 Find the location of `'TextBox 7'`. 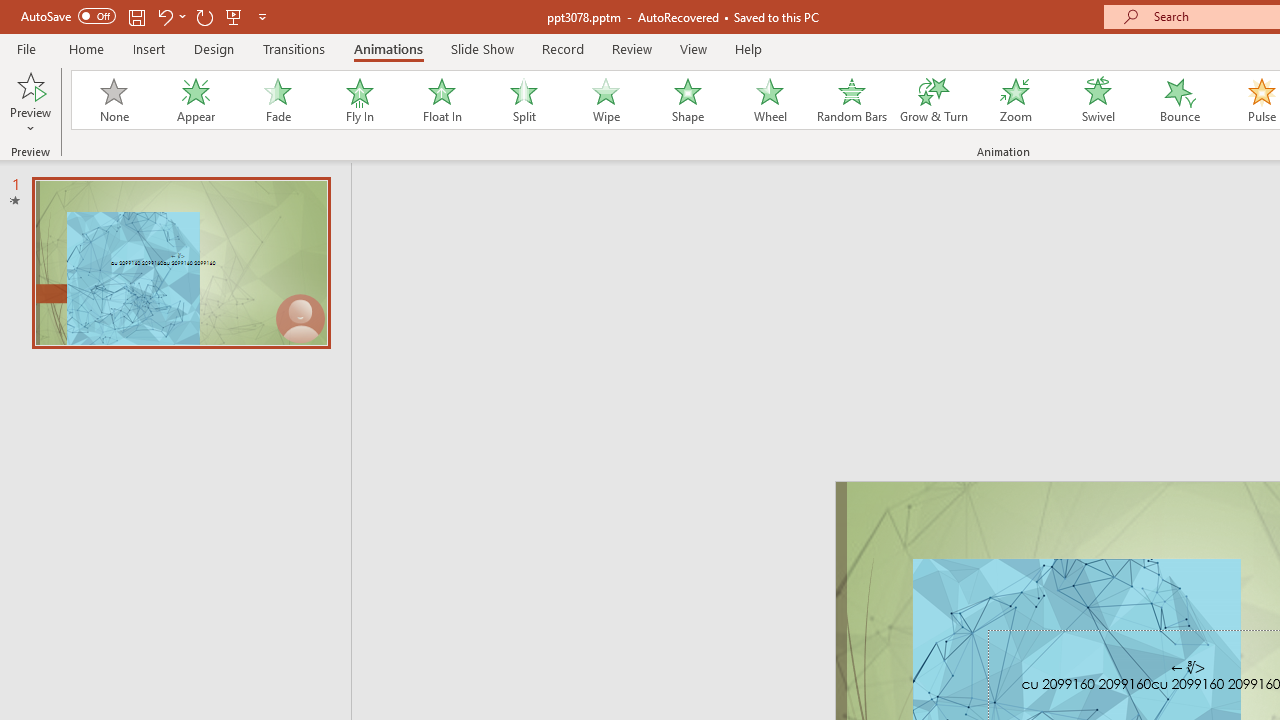

'TextBox 7' is located at coordinates (1188, 668).